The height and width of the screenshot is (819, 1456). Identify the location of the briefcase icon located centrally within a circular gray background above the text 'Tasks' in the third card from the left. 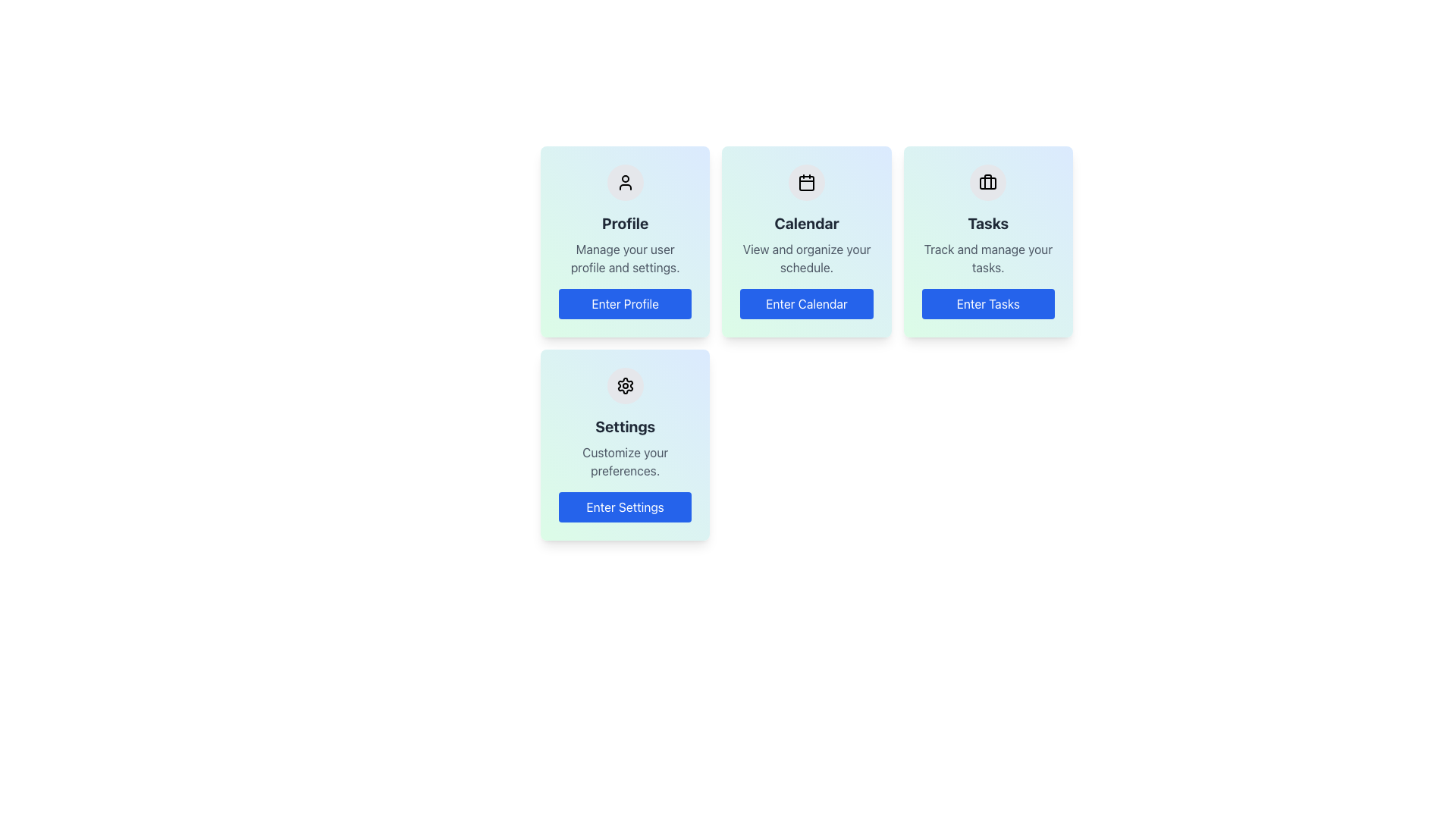
(988, 181).